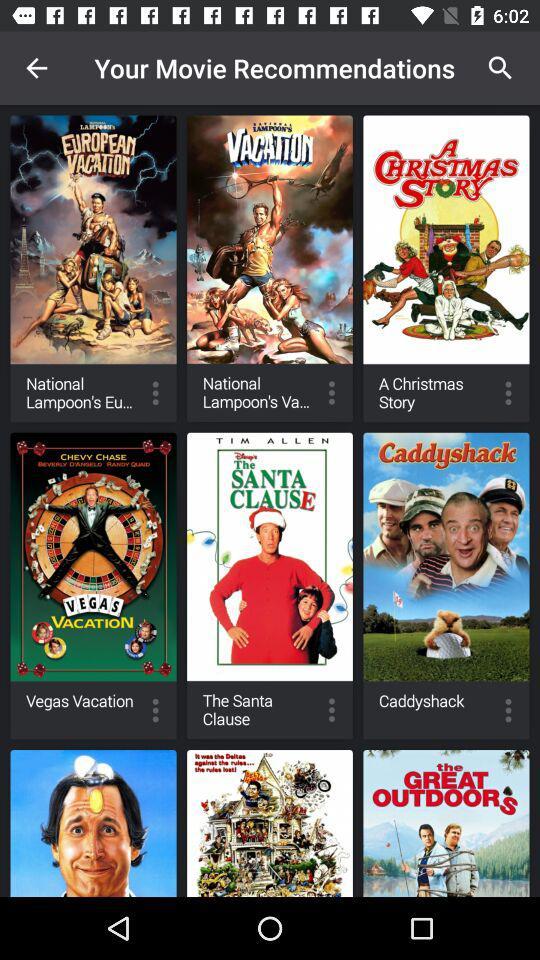 The width and height of the screenshot is (540, 960). I want to click on item to the left of your movie recommendations, so click(36, 68).